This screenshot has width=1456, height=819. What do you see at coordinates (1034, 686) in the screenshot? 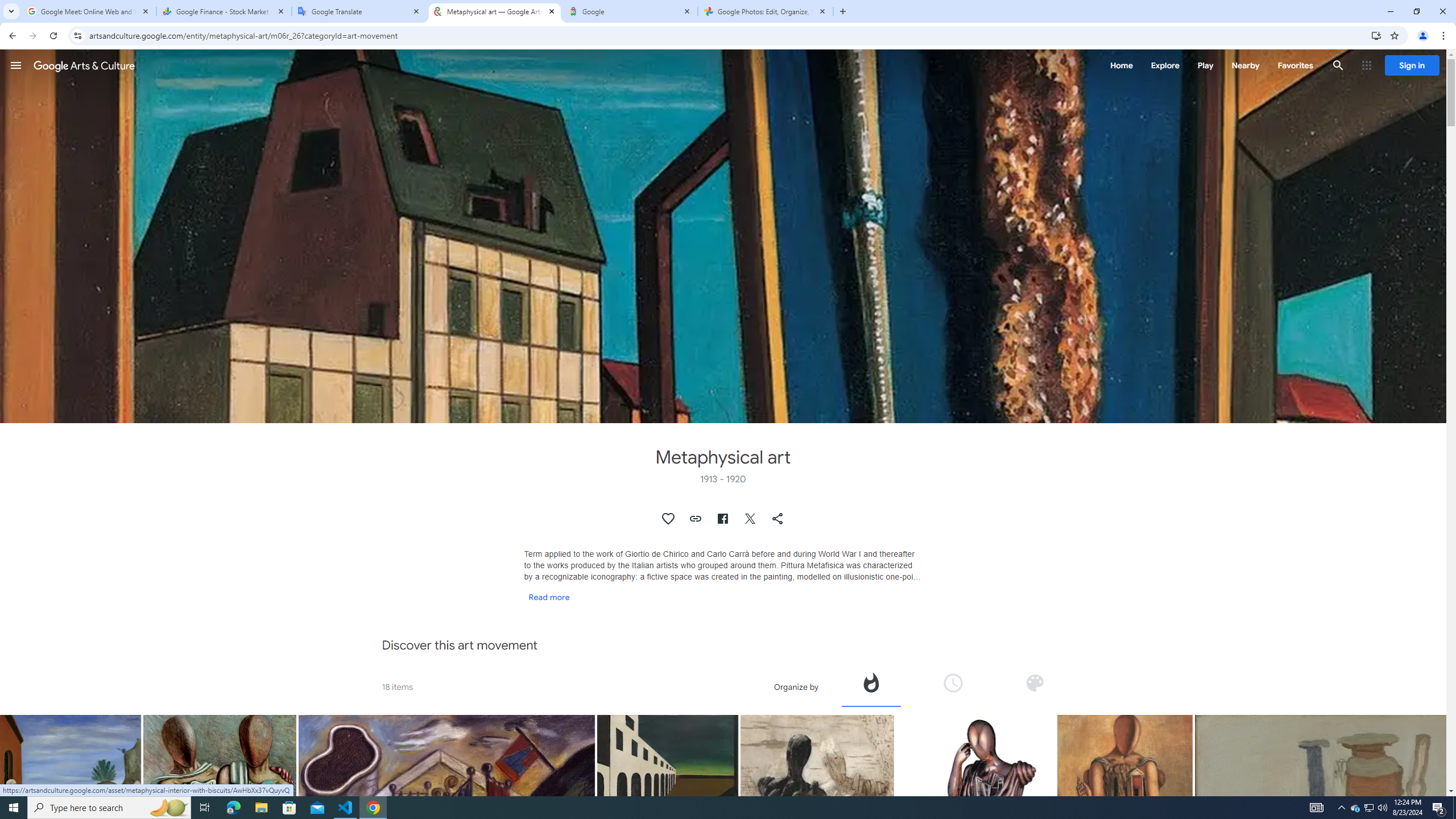
I see `'Organize by color'` at bounding box center [1034, 686].